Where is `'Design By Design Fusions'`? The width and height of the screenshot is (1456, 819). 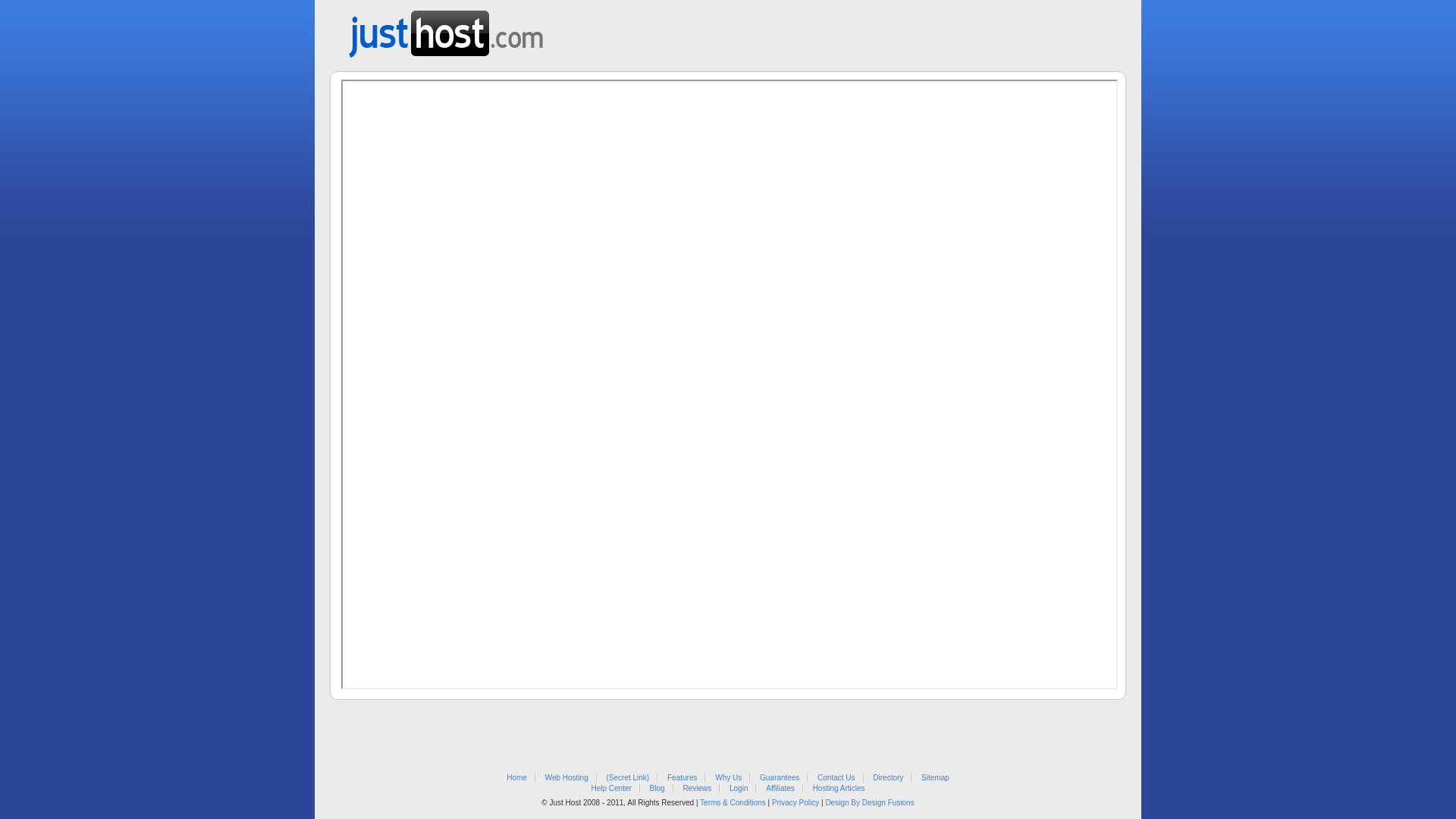 'Design By Design Fusions' is located at coordinates (869, 802).